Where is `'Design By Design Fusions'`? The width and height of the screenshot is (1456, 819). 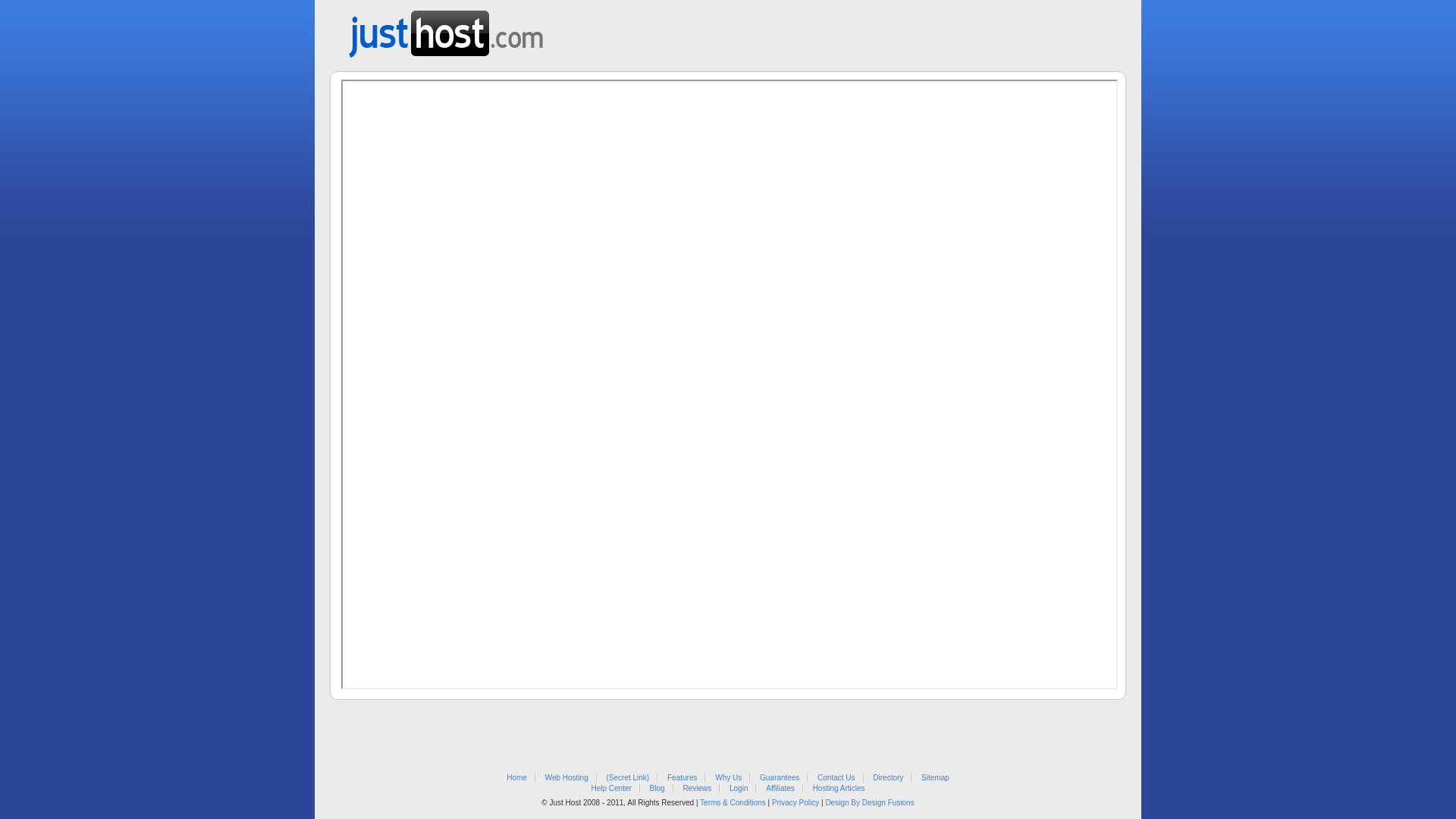 'Design By Design Fusions' is located at coordinates (869, 802).